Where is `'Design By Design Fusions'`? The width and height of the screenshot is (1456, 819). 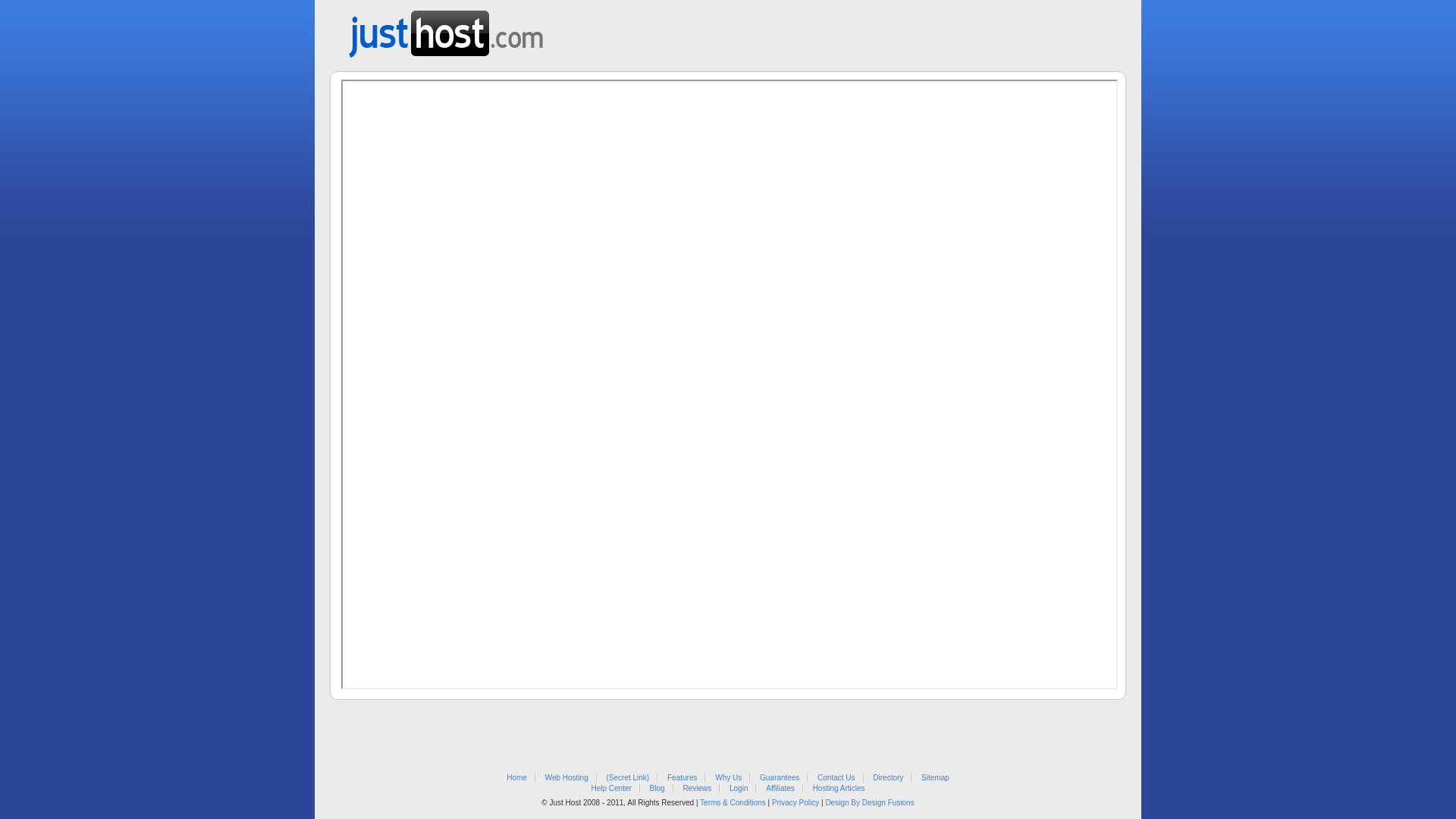 'Design By Design Fusions' is located at coordinates (869, 802).